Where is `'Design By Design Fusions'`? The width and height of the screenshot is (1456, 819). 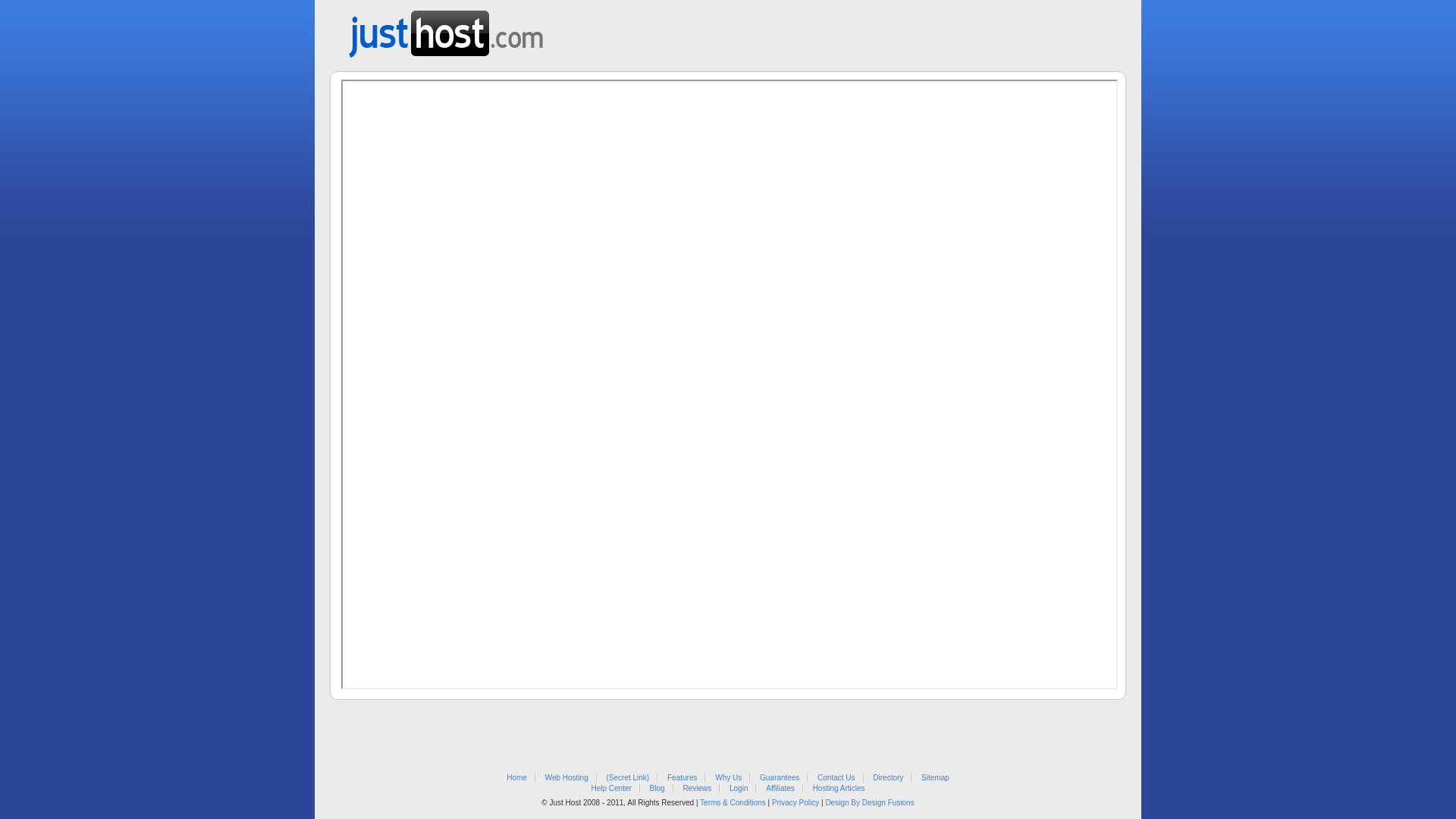 'Design By Design Fusions' is located at coordinates (869, 802).